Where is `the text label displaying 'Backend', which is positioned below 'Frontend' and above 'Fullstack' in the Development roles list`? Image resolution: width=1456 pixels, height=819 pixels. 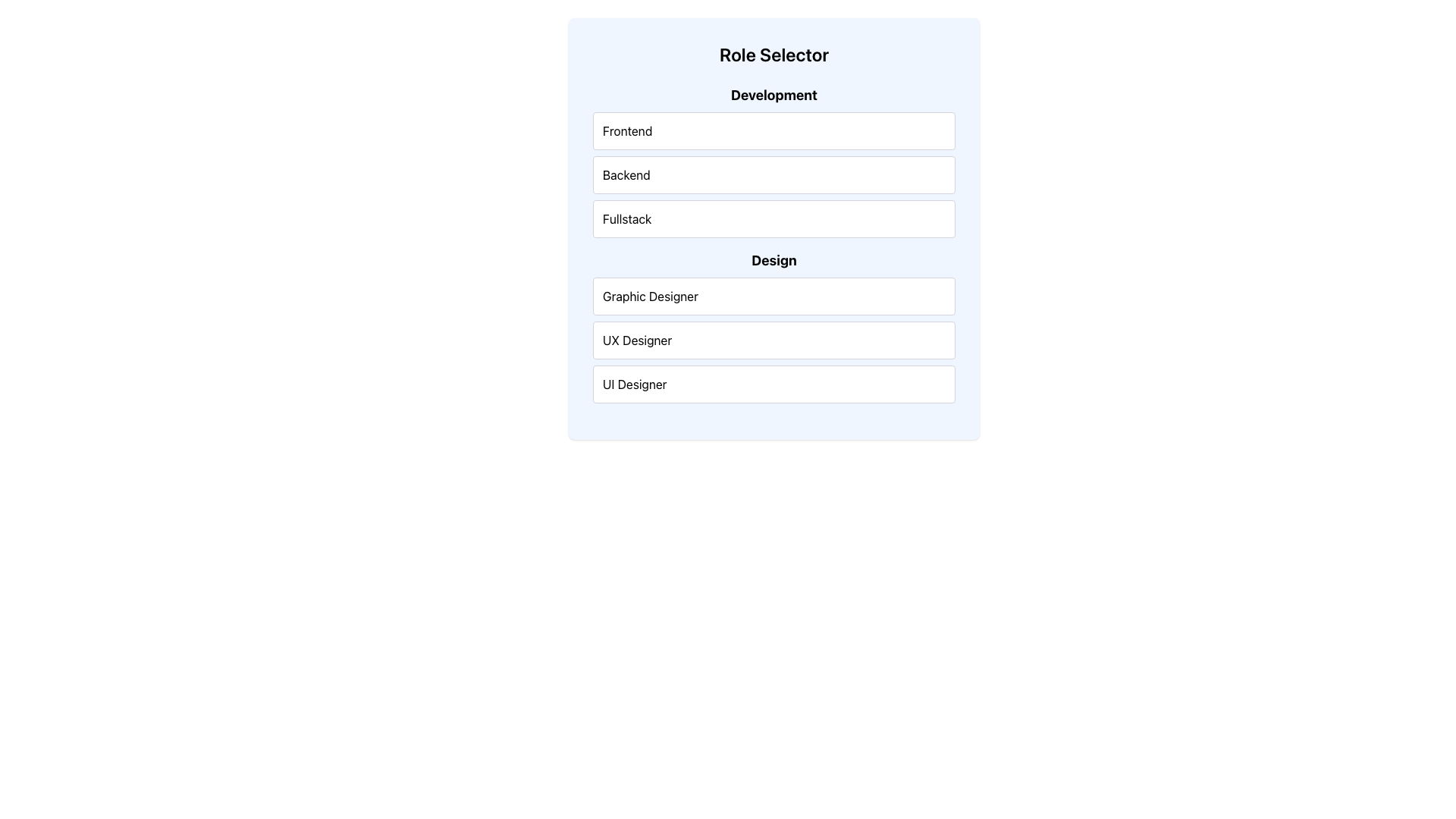
the text label displaying 'Backend', which is positioned below 'Frontend' and above 'Fullstack' in the Development roles list is located at coordinates (626, 174).